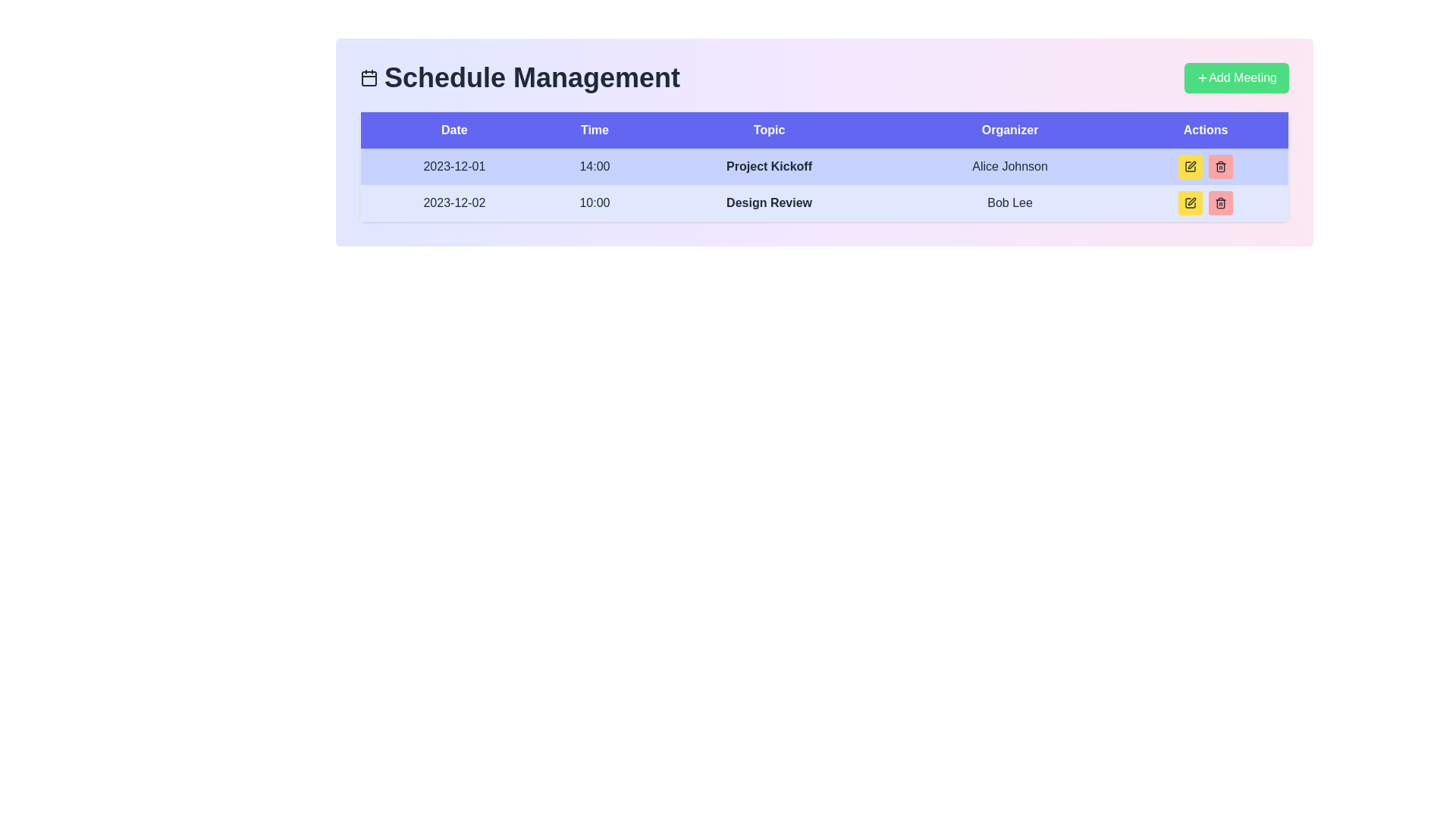  I want to click on the 'Date' column header in the table, which is the left-most label in the header row, to provide users with guidance on the content of the corresponding column, so click(453, 129).